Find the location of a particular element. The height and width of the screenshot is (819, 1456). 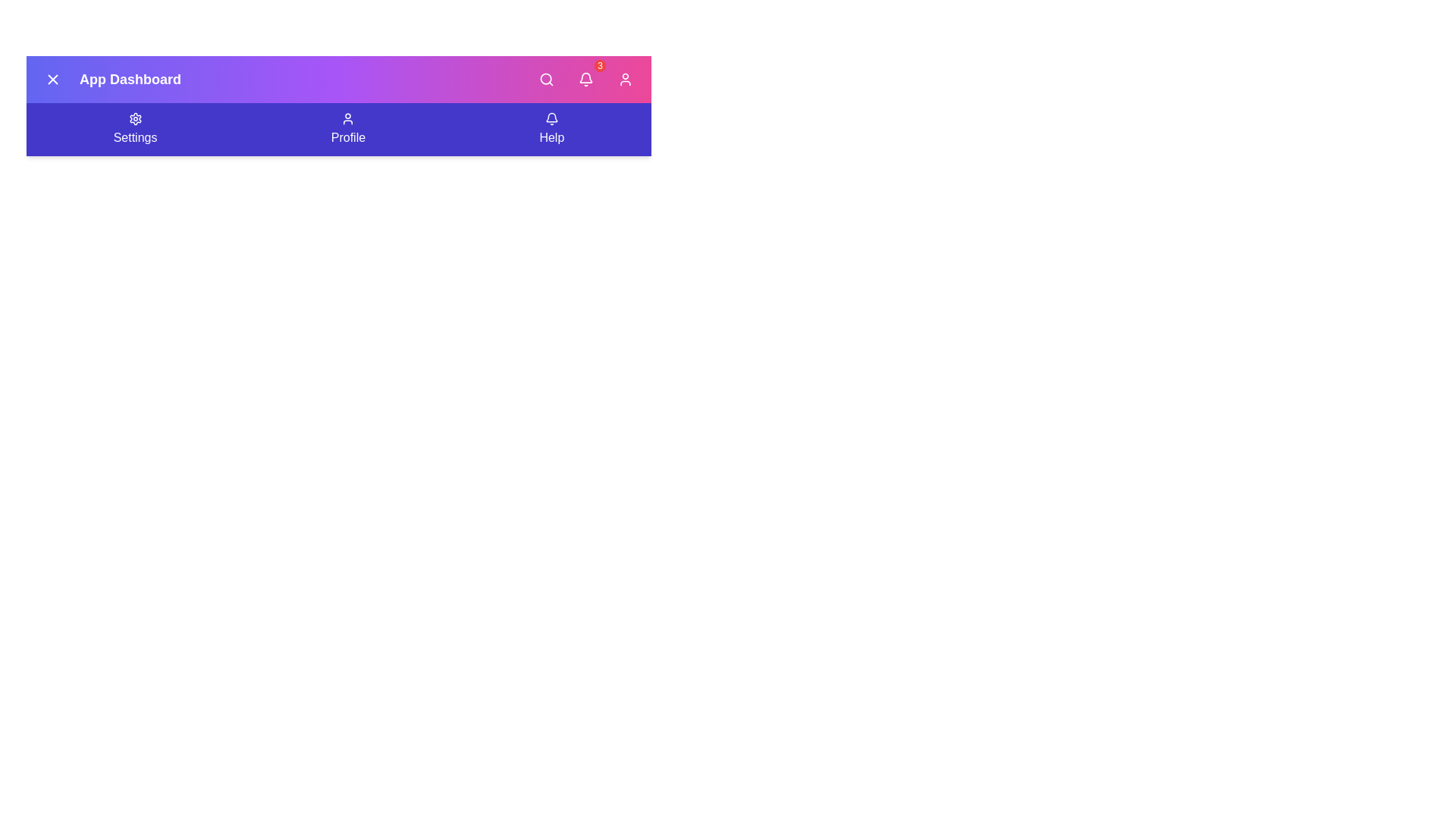

the 'User' button to access user profile options is located at coordinates (626, 79).